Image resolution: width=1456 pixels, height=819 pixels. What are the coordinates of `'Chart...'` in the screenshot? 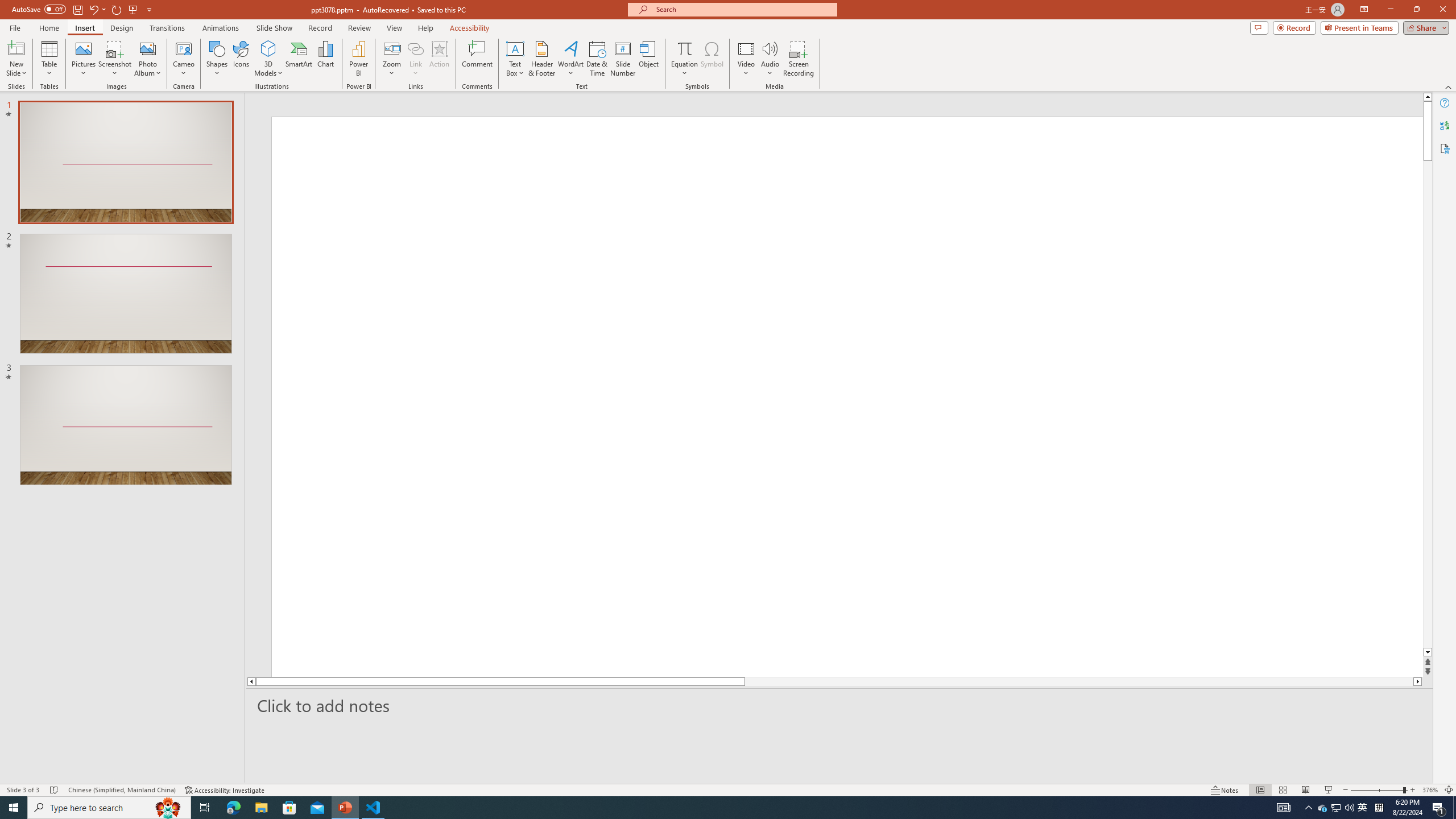 It's located at (325, 59).